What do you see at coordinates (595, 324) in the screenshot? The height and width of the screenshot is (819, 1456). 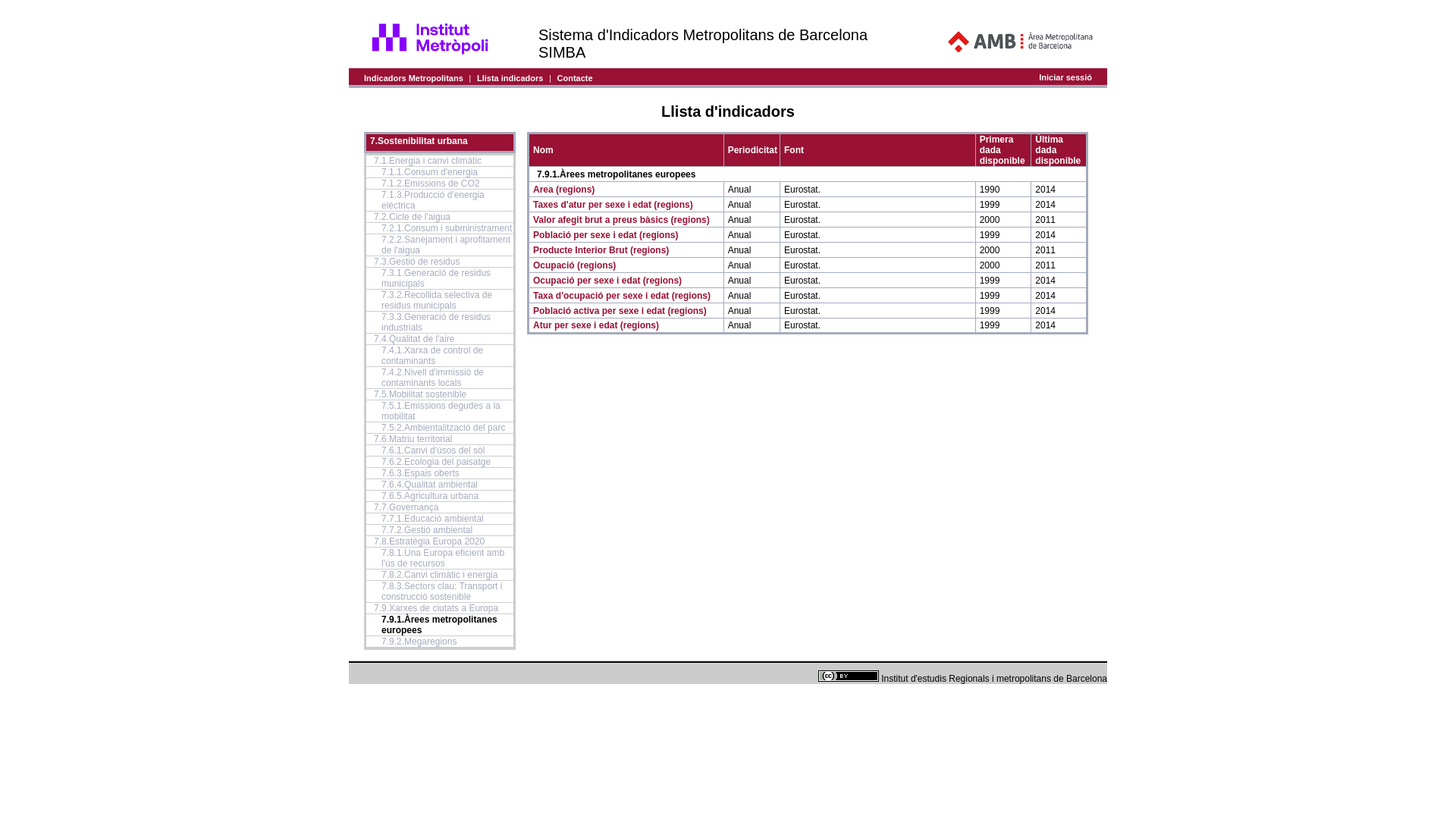 I see `'Atur per sexe i edat (regions)'` at bounding box center [595, 324].